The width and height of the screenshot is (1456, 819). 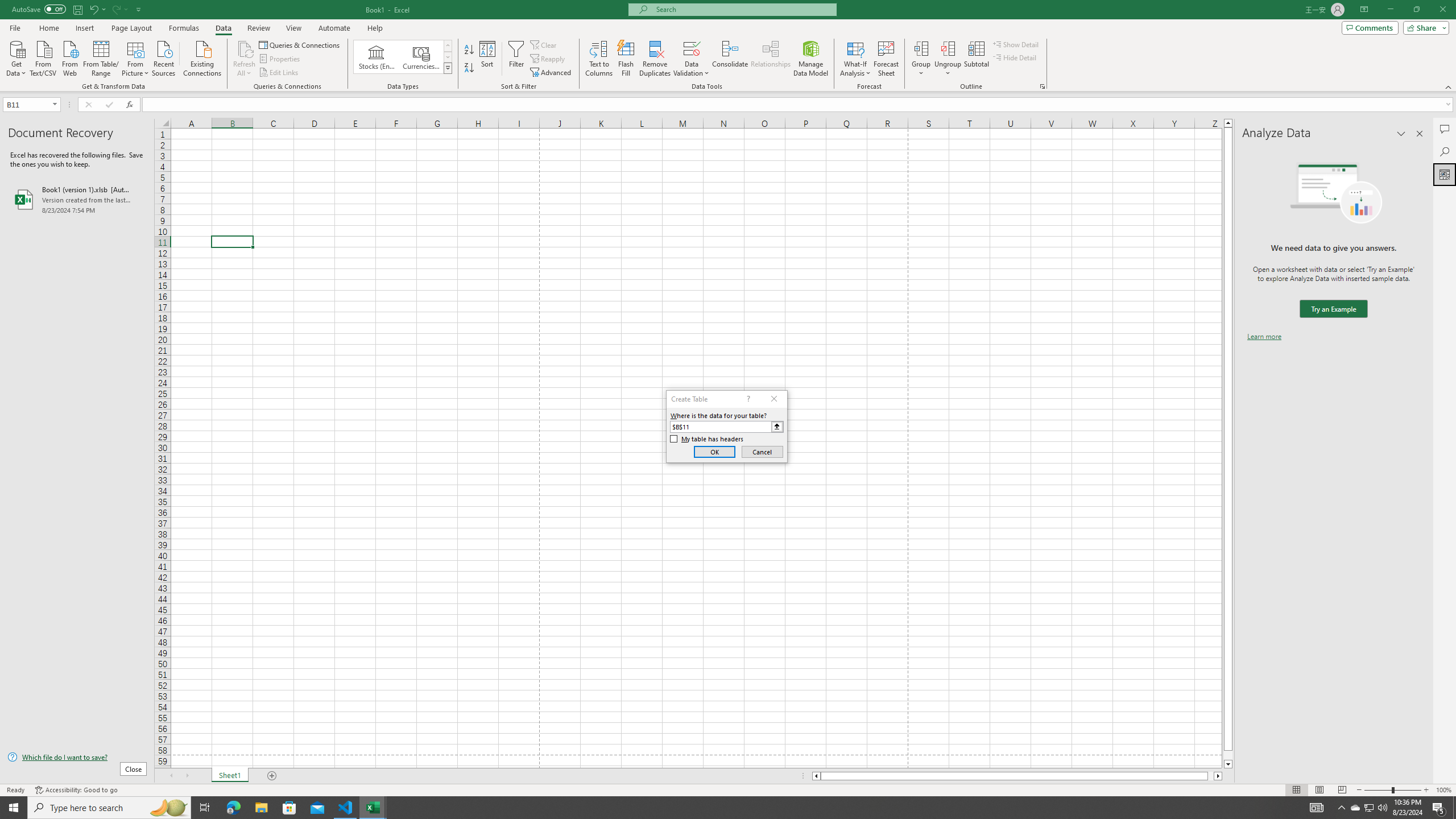 I want to click on 'Row up', so click(x=448, y=45).